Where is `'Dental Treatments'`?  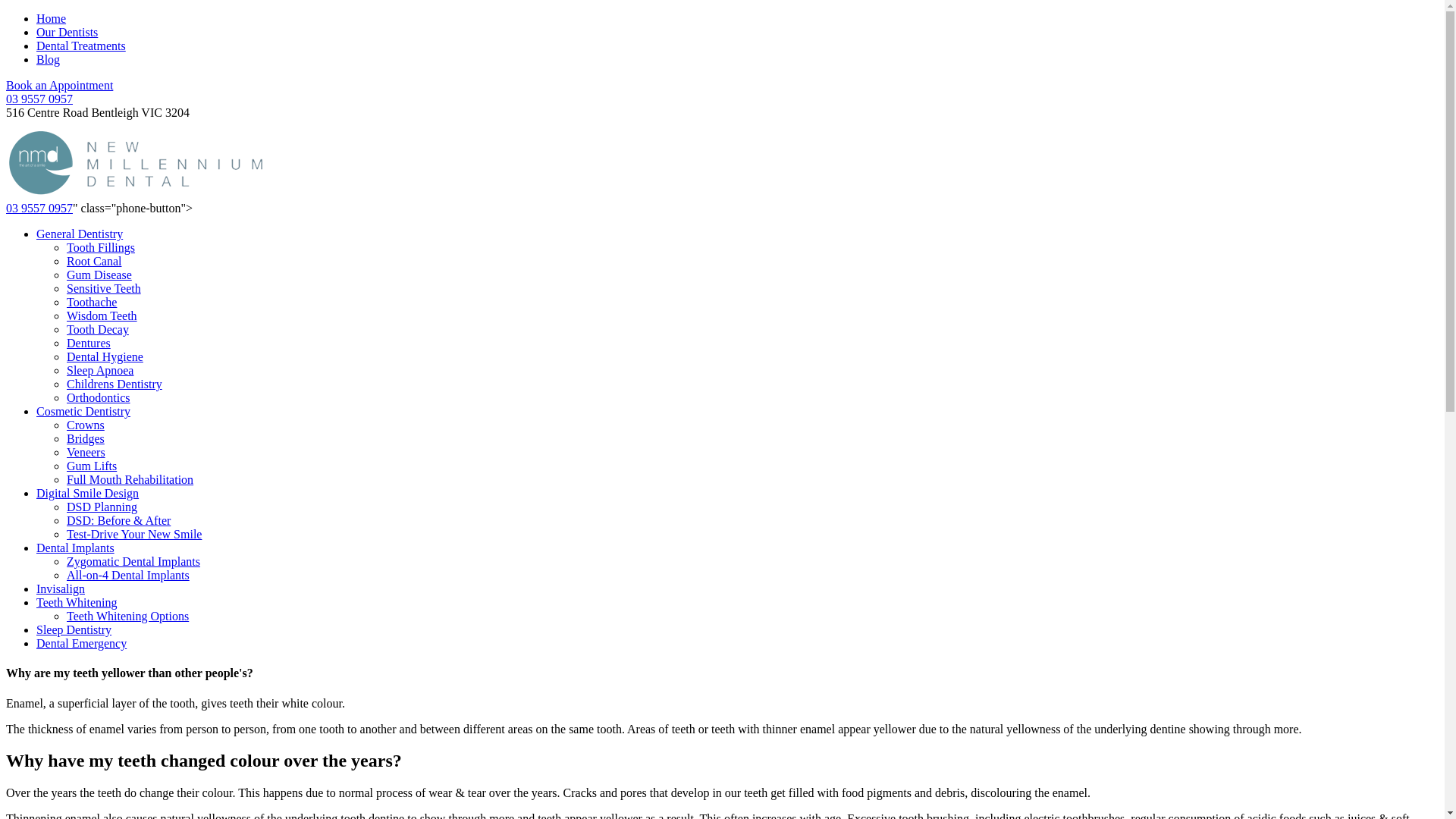 'Dental Treatments' is located at coordinates (80, 45).